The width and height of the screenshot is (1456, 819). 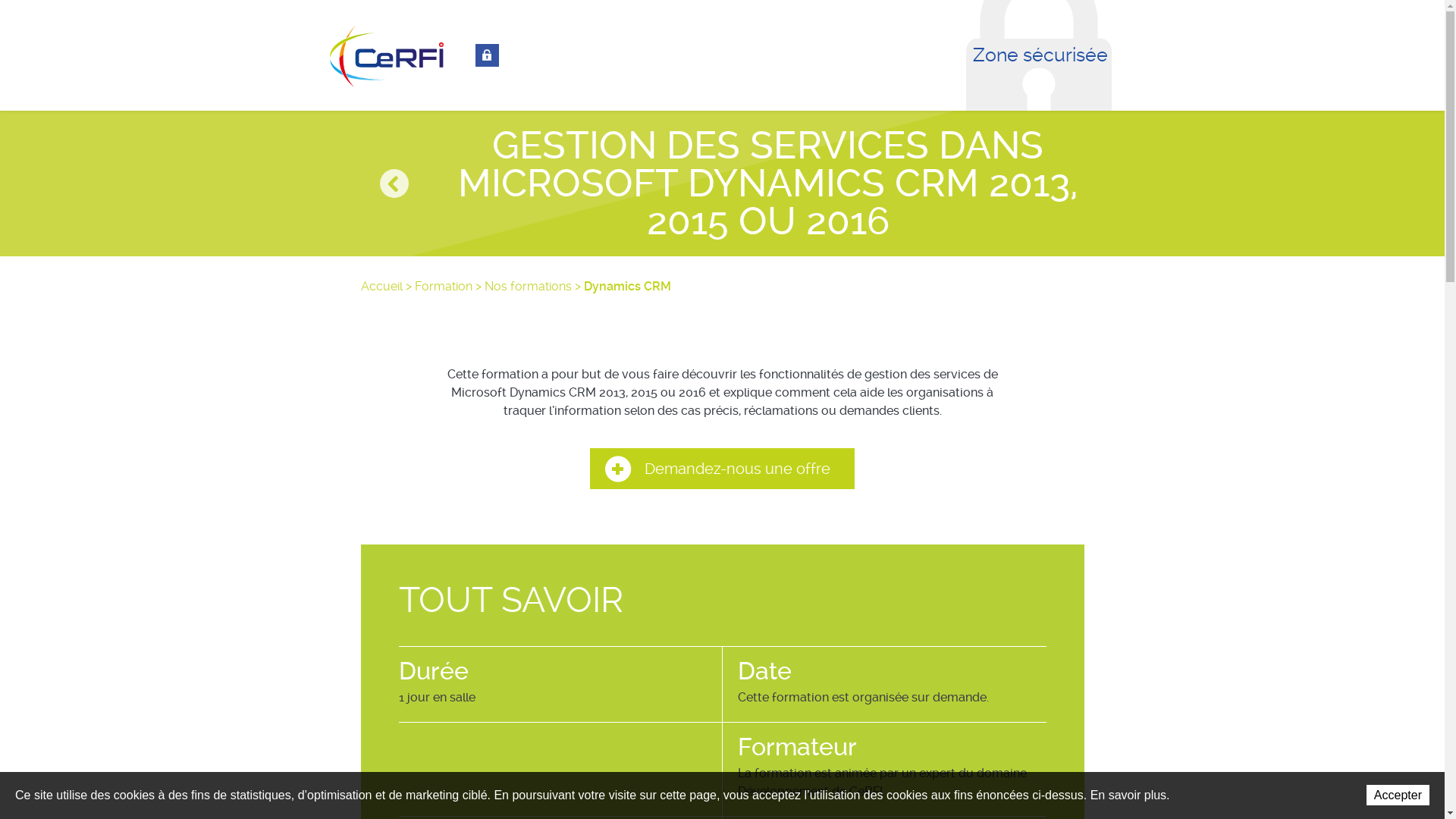 I want to click on 'Accueil', so click(x=381, y=286).